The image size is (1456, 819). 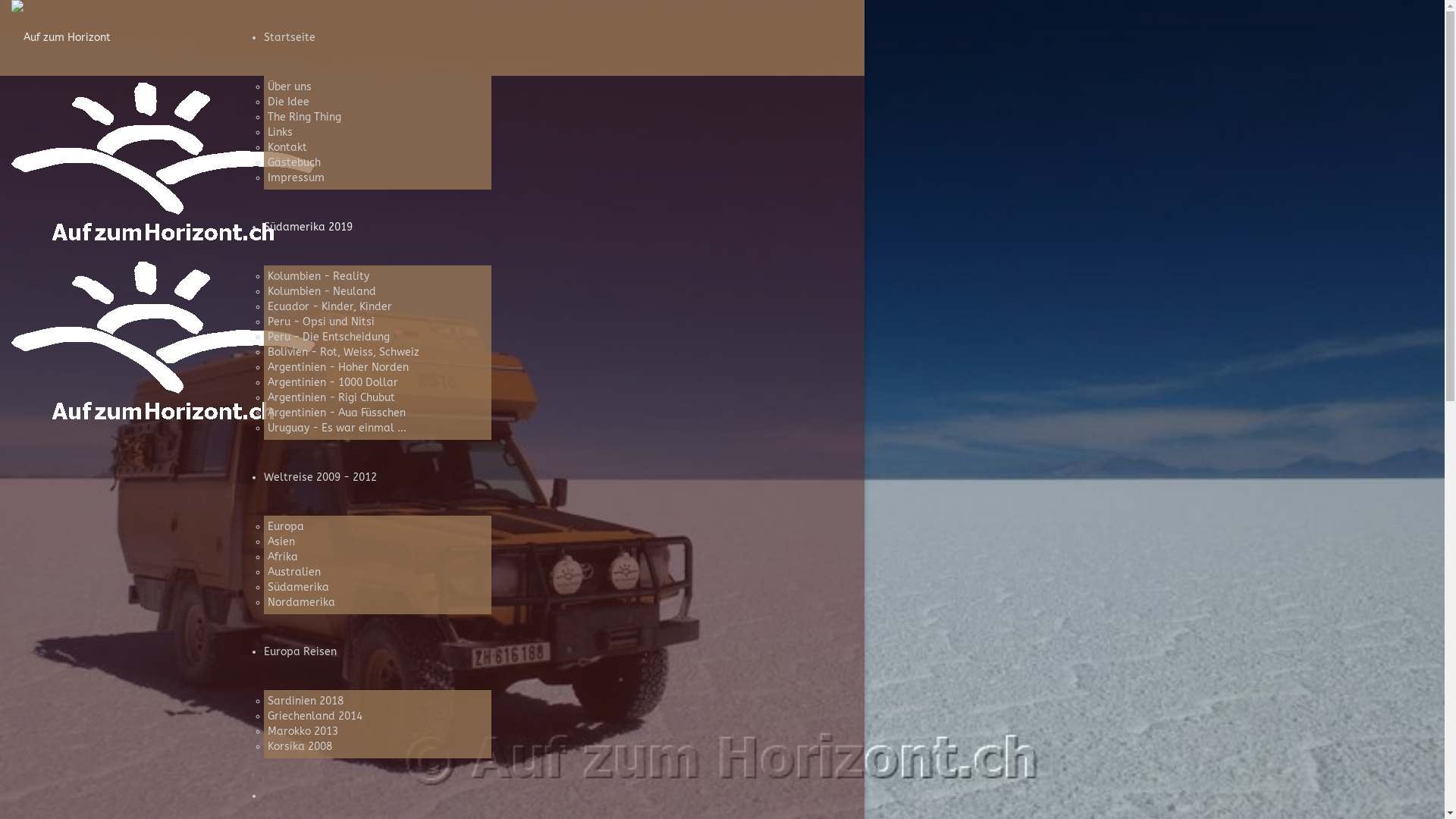 I want to click on 'Argentinien - Rigi Chubut', so click(x=330, y=397).